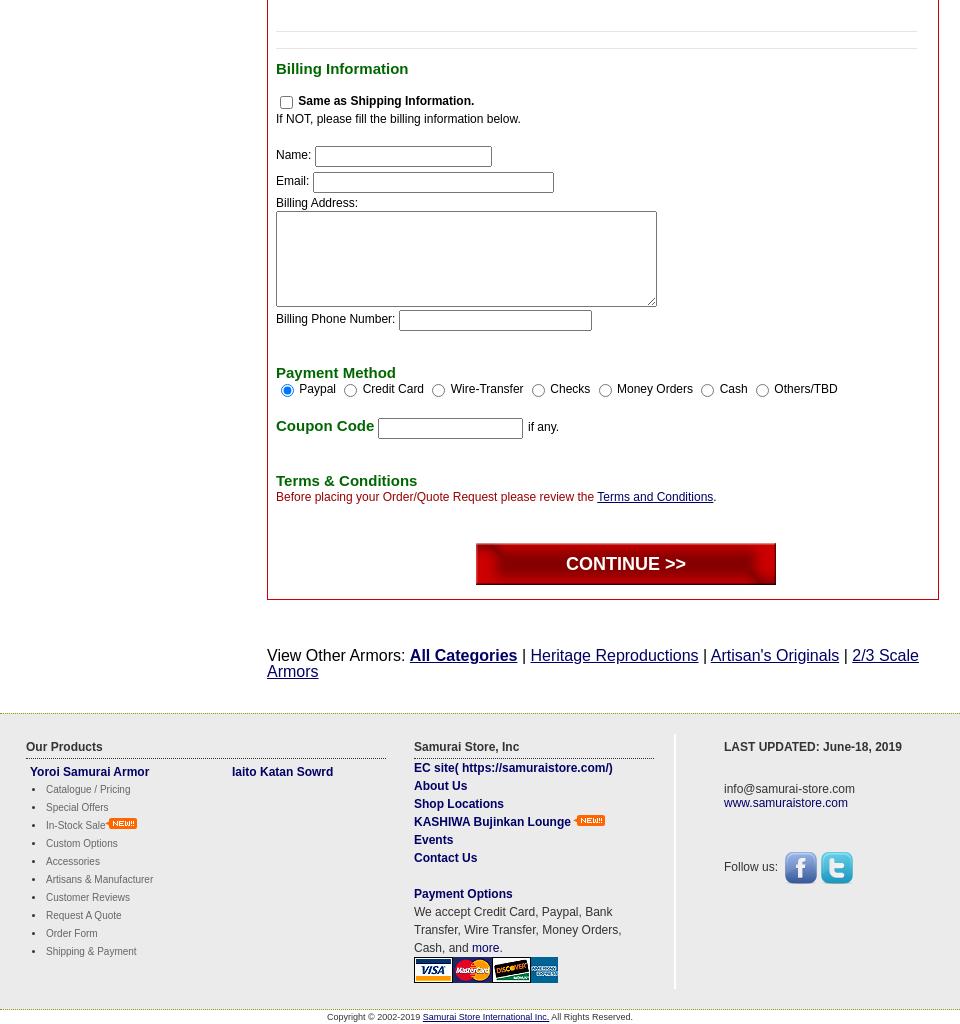 The height and width of the screenshot is (1024, 960). I want to click on 'Billing 
Phone Number:', so click(336, 316).